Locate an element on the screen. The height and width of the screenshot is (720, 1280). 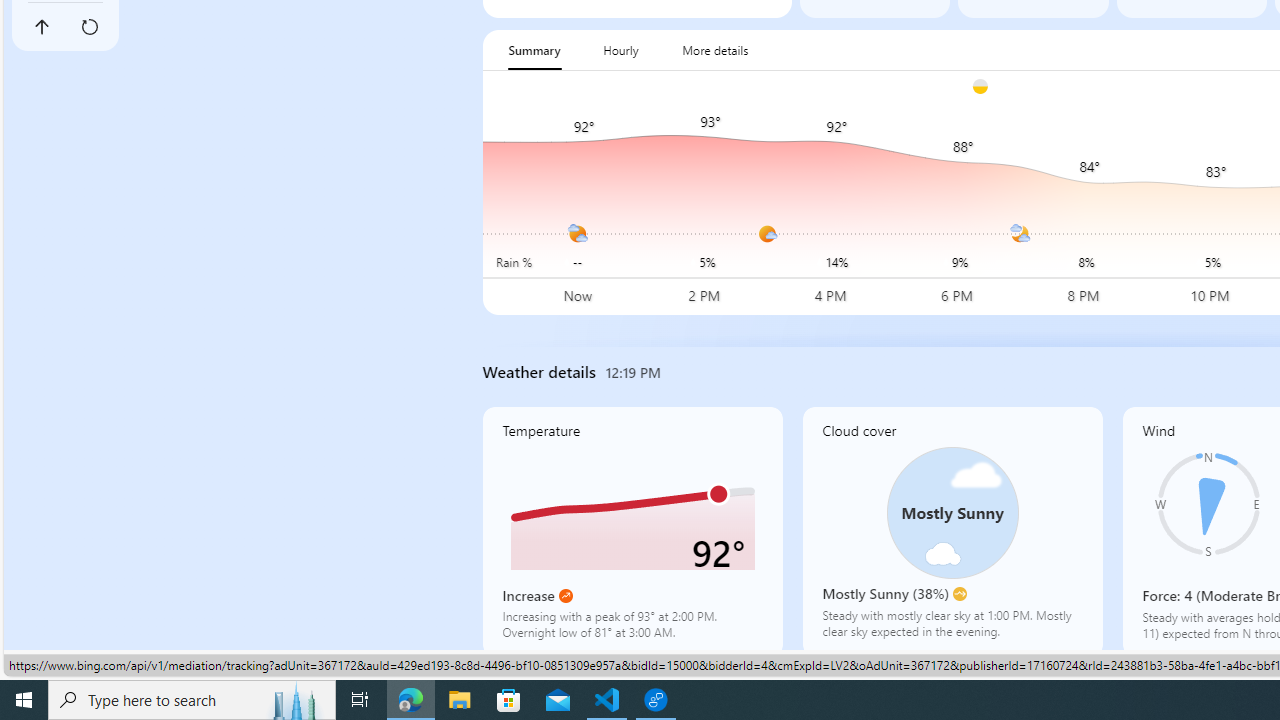
'Increase' is located at coordinates (564, 595).